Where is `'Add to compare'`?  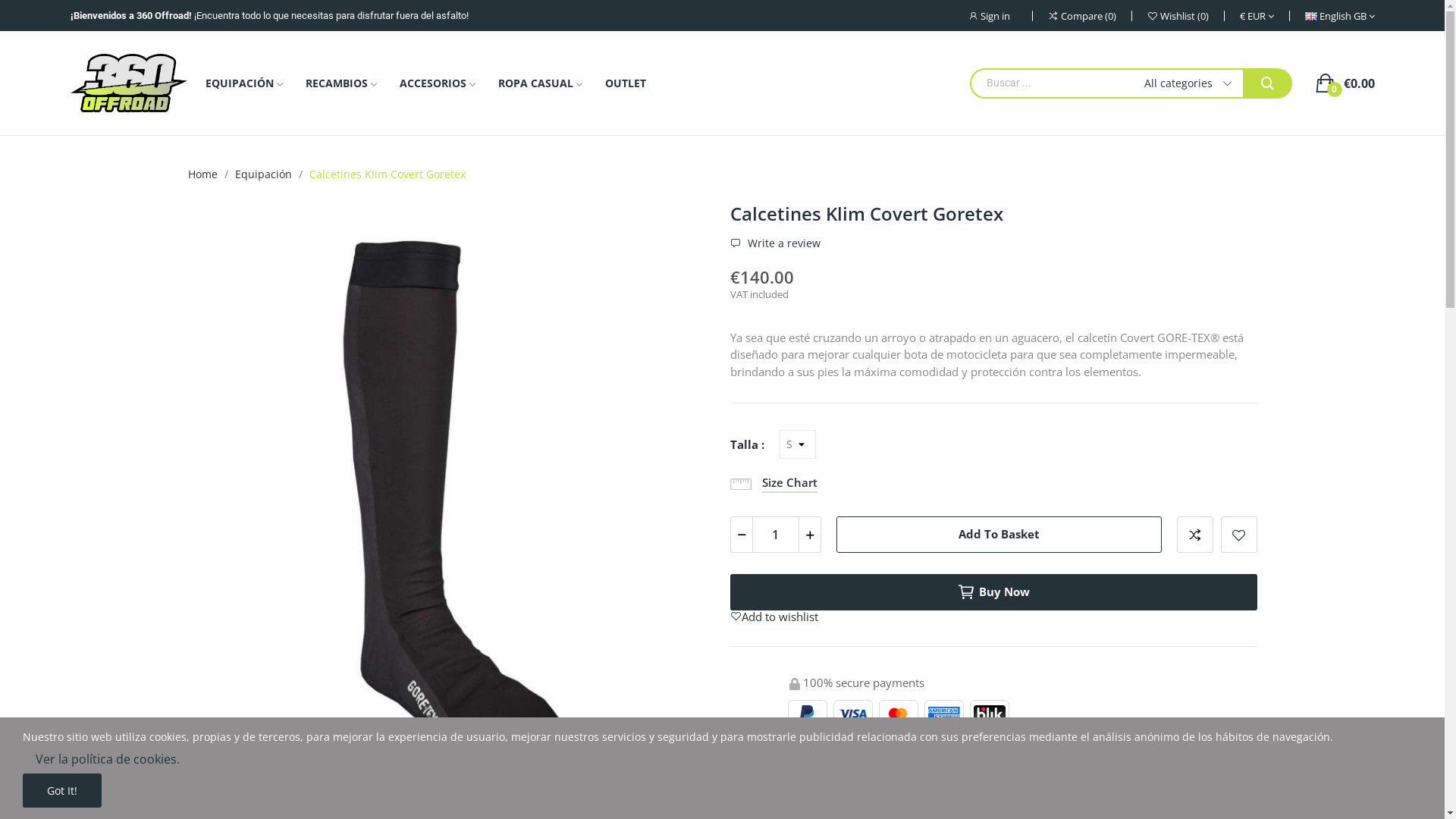
'Add to compare' is located at coordinates (1194, 534).